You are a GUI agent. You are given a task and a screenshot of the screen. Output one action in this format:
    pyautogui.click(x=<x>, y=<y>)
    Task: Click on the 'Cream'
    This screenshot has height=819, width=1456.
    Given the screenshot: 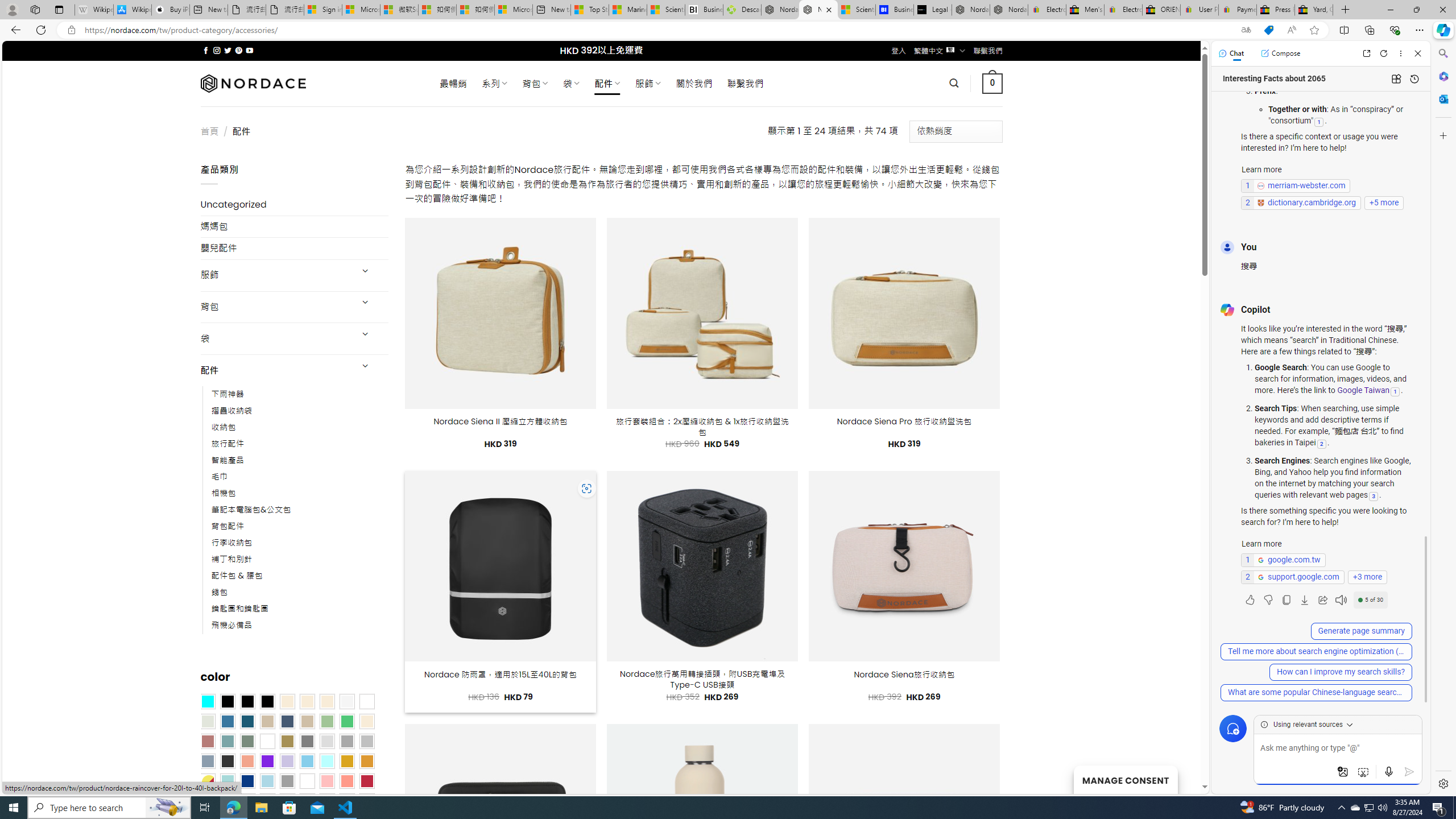 What is the action you would take?
    pyautogui.click(x=327, y=701)
    